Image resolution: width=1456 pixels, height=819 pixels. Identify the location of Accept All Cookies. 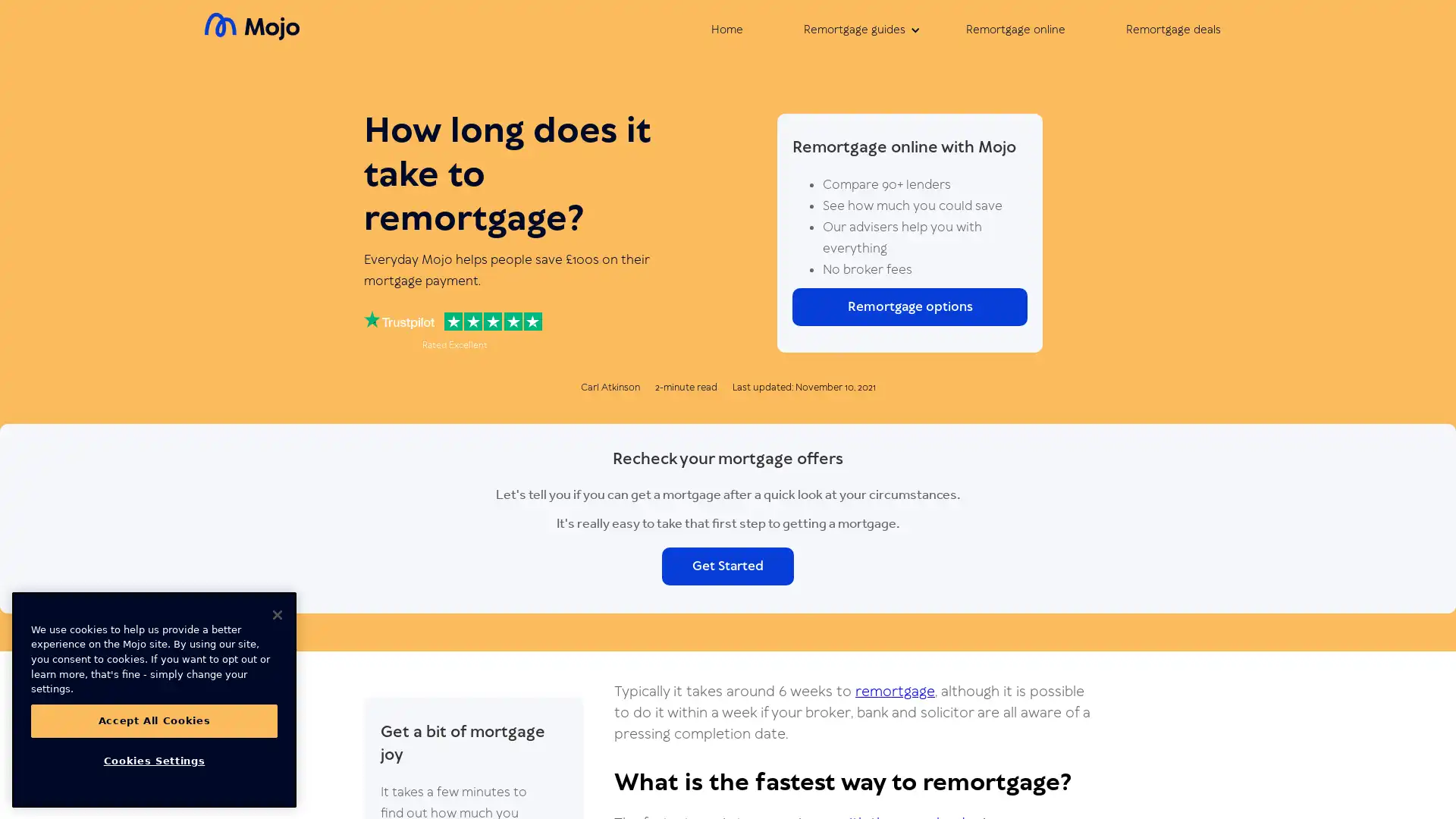
(154, 719).